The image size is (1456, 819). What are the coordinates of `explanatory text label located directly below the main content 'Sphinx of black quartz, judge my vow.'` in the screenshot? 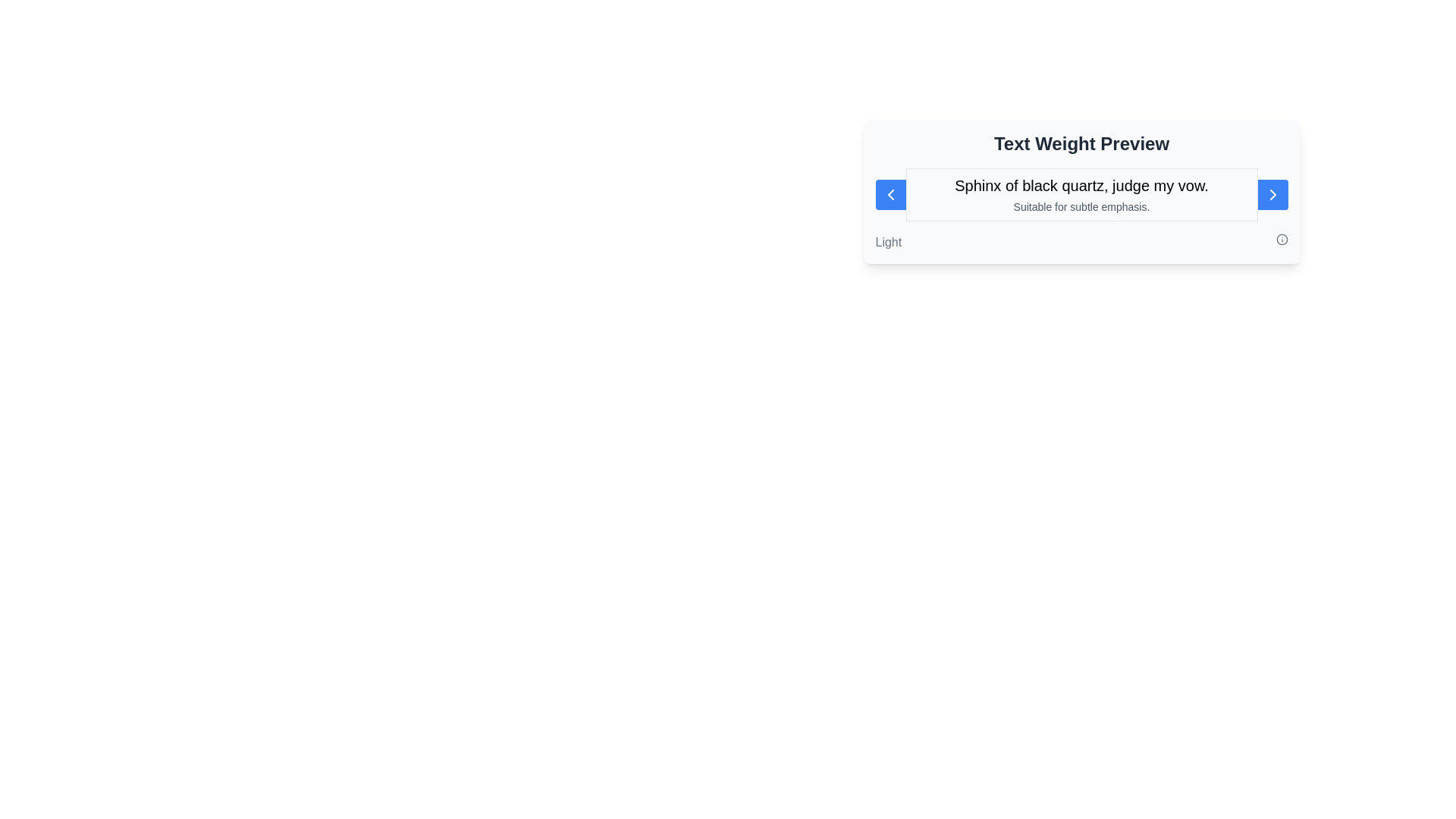 It's located at (1081, 207).